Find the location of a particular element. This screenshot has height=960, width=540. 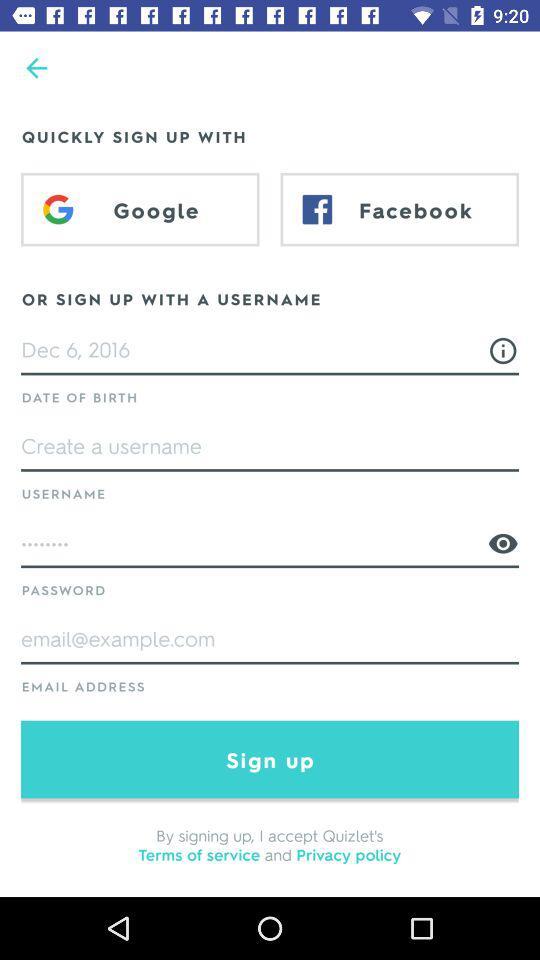

the google is located at coordinates (139, 209).